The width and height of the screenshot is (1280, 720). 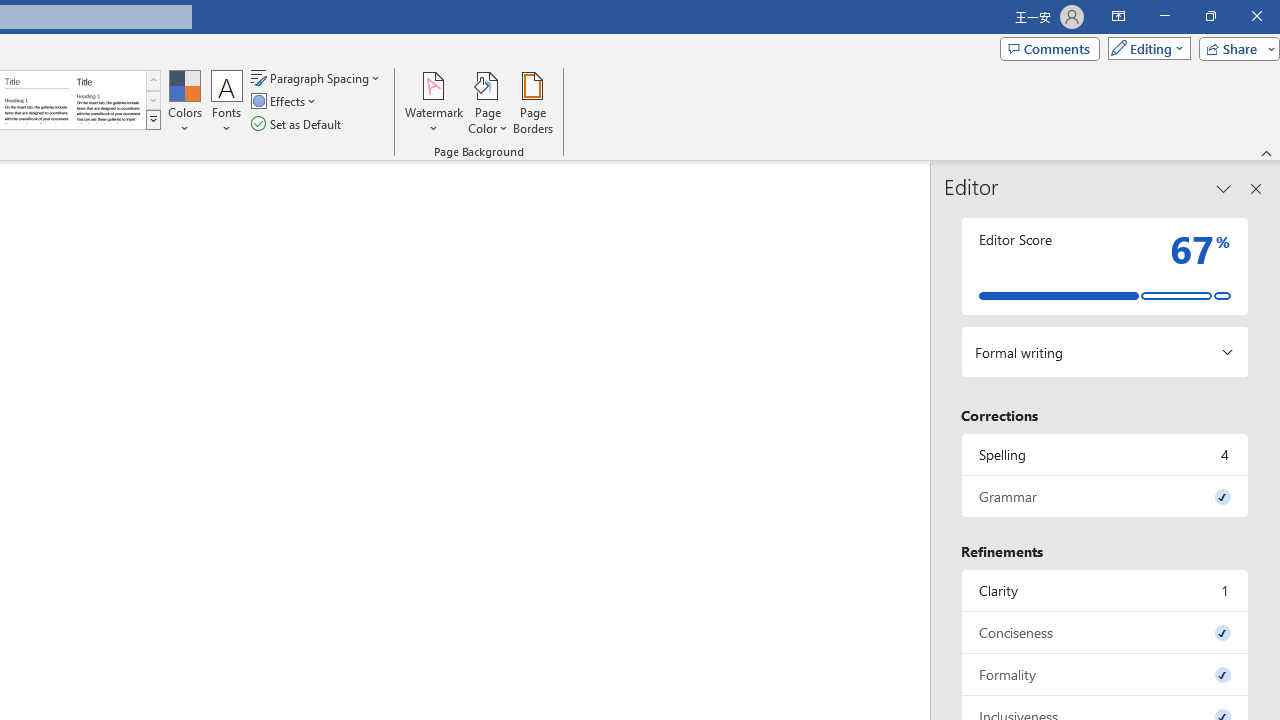 What do you see at coordinates (227, 103) in the screenshot?
I see `'Fonts'` at bounding box center [227, 103].